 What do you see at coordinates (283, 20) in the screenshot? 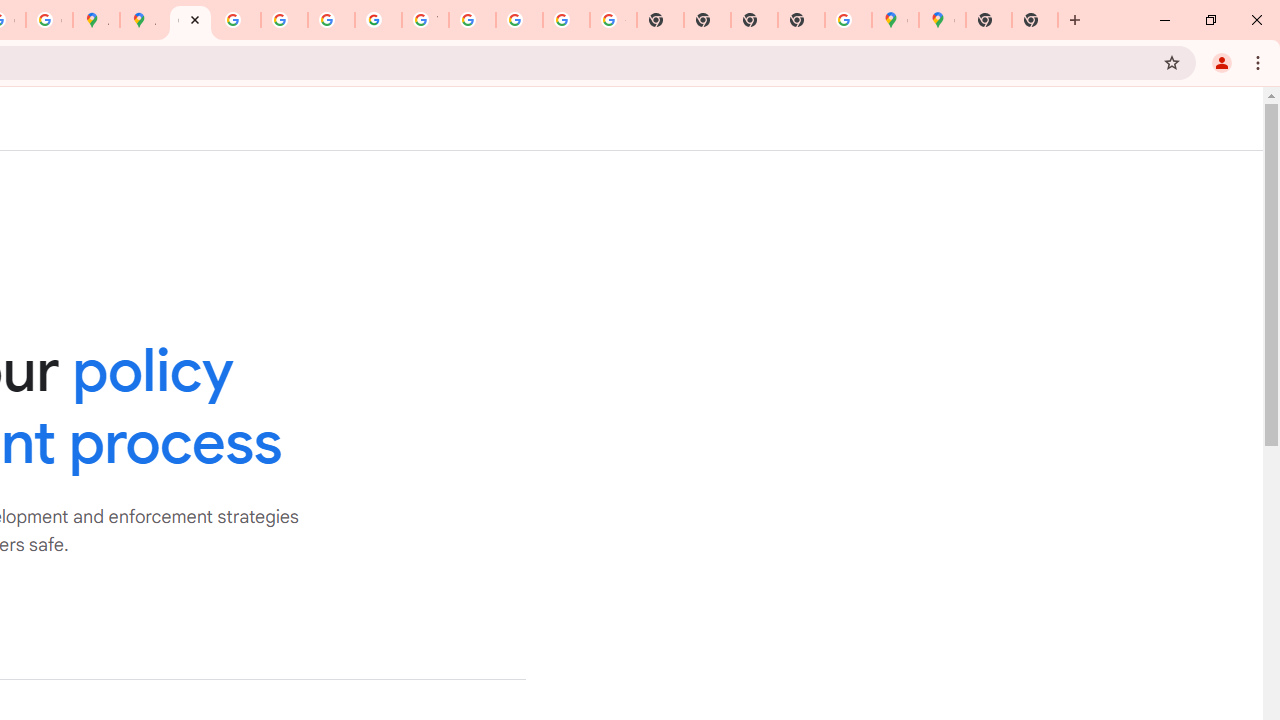
I see `'Privacy Help Center - Policies Help'` at bounding box center [283, 20].